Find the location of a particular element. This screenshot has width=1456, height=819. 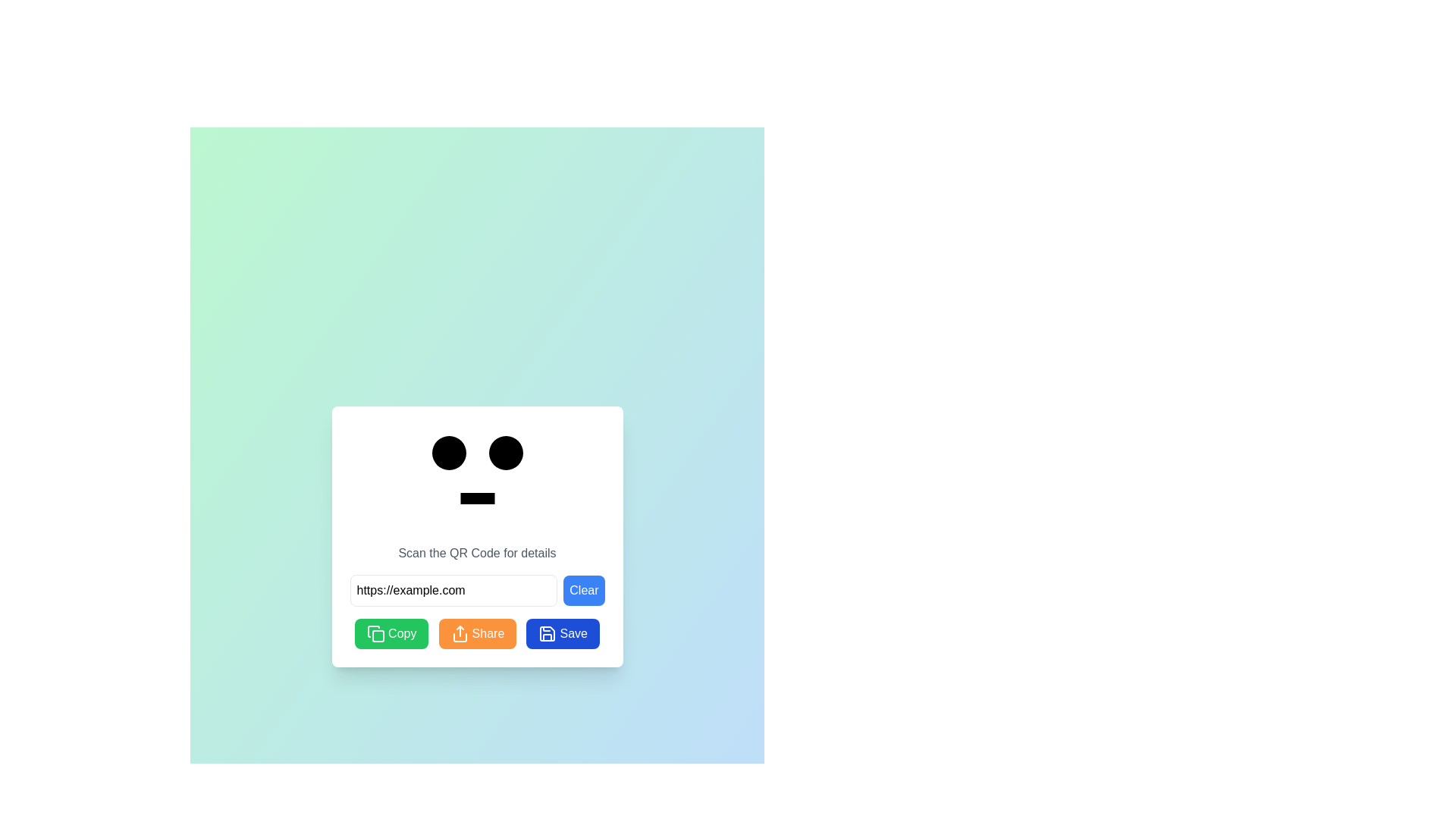

the button located to the bottom right of the input field labeled 'Enter URL here' to clear the input field is located at coordinates (476, 590).